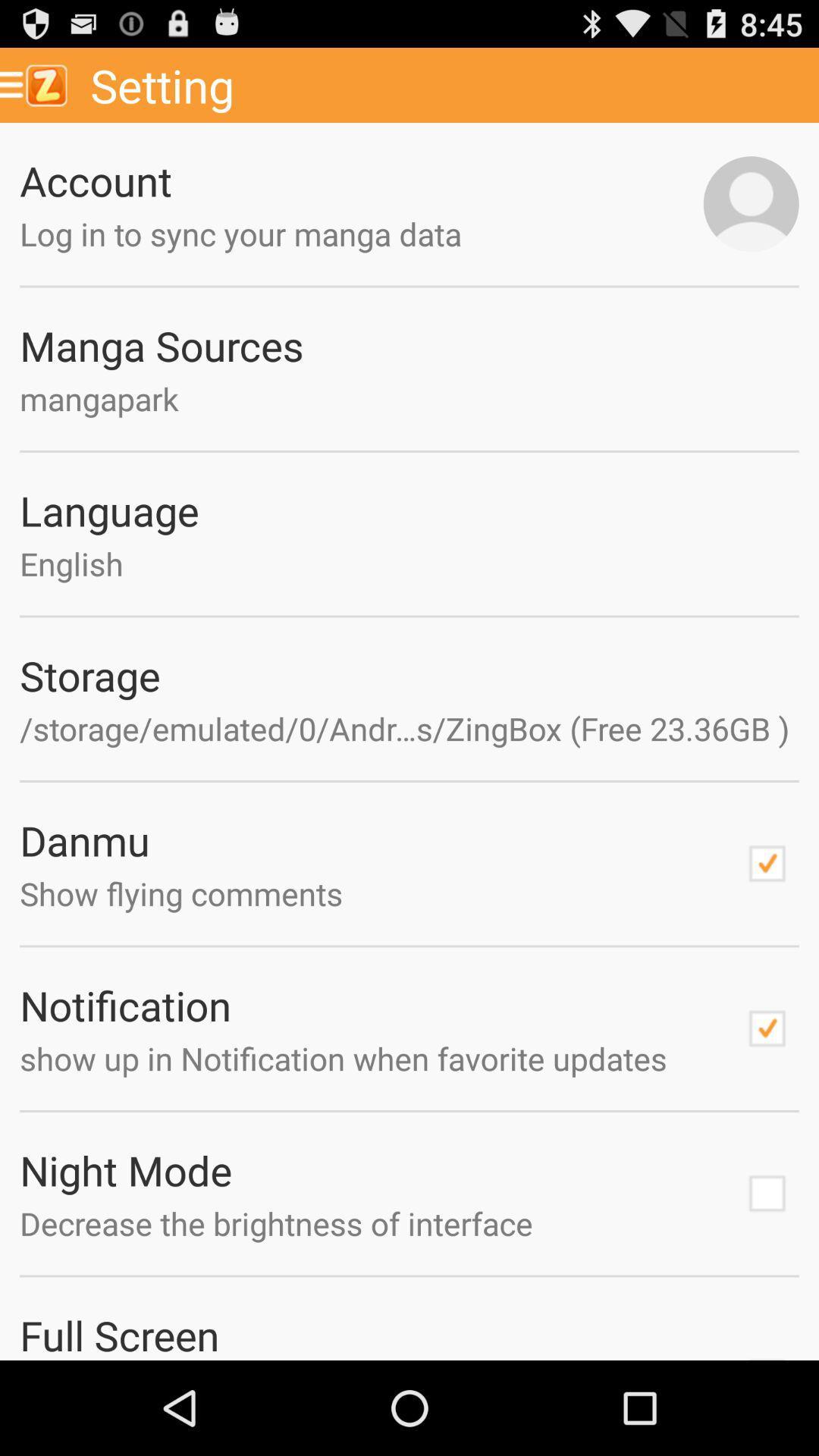  What do you see at coordinates (409, 398) in the screenshot?
I see `the mangapark icon` at bounding box center [409, 398].